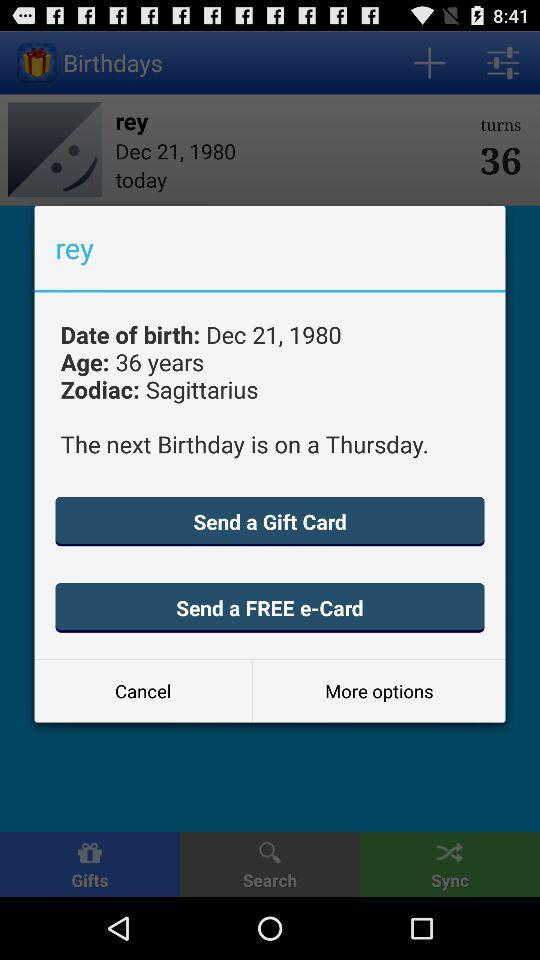  I want to click on icon next to the more options, so click(142, 691).